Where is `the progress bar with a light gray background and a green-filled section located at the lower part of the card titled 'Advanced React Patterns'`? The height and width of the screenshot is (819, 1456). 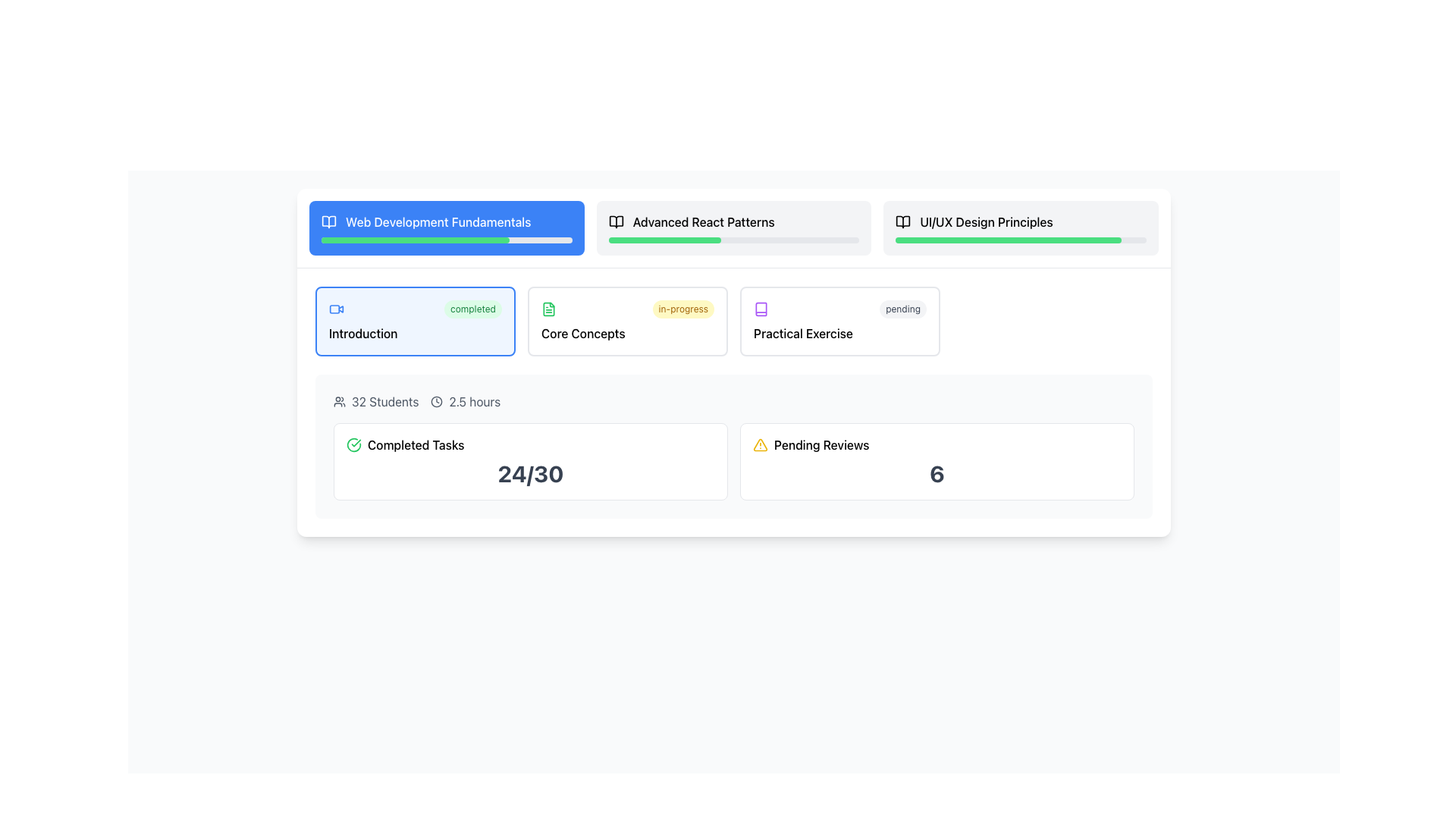
the progress bar with a light gray background and a green-filled section located at the lower part of the card titled 'Advanced React Patterns' is located at coordinates (734, 239).